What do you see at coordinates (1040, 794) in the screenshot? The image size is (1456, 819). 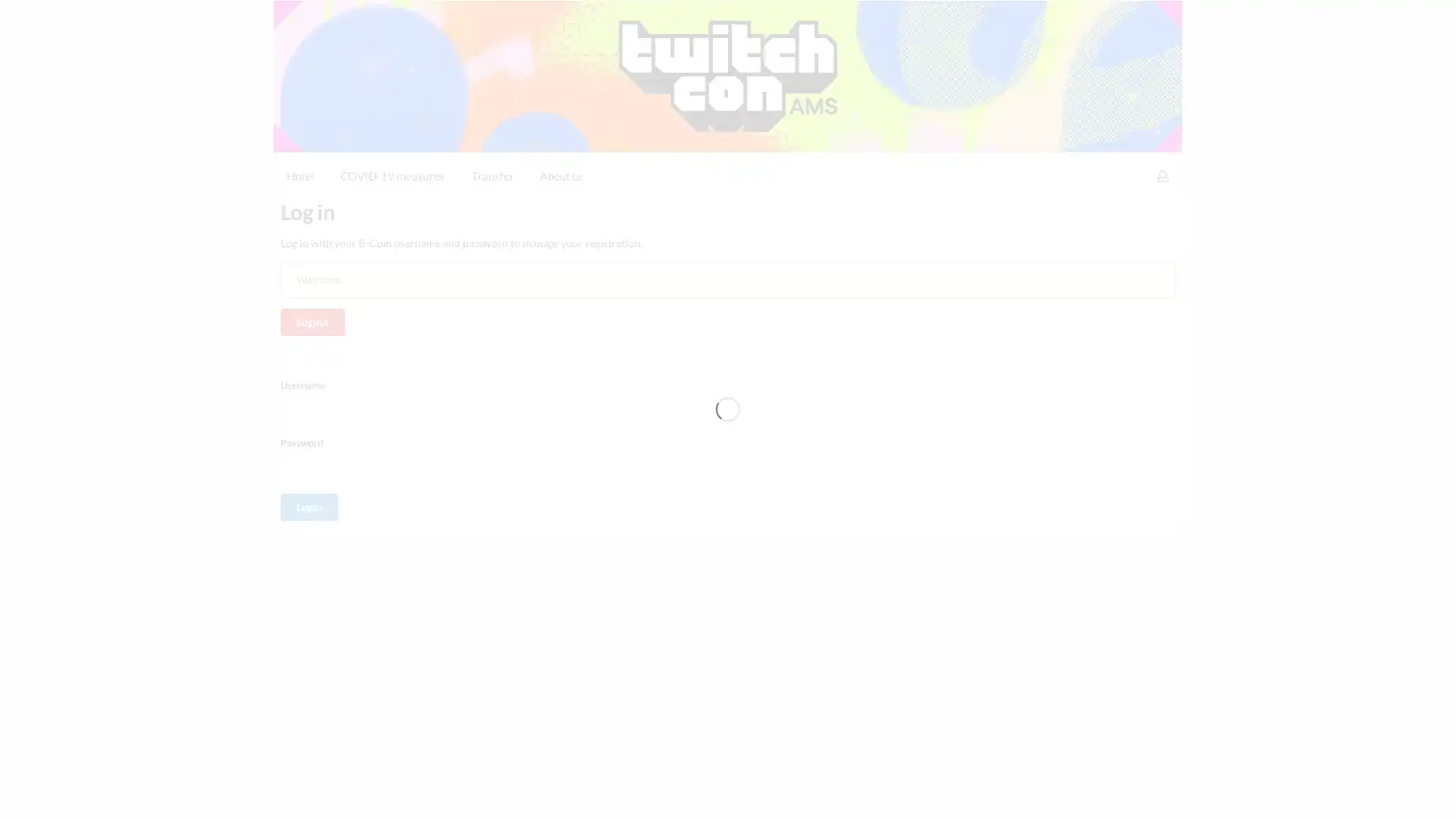 I see `Disable All` at bounding box center [1040, 794].